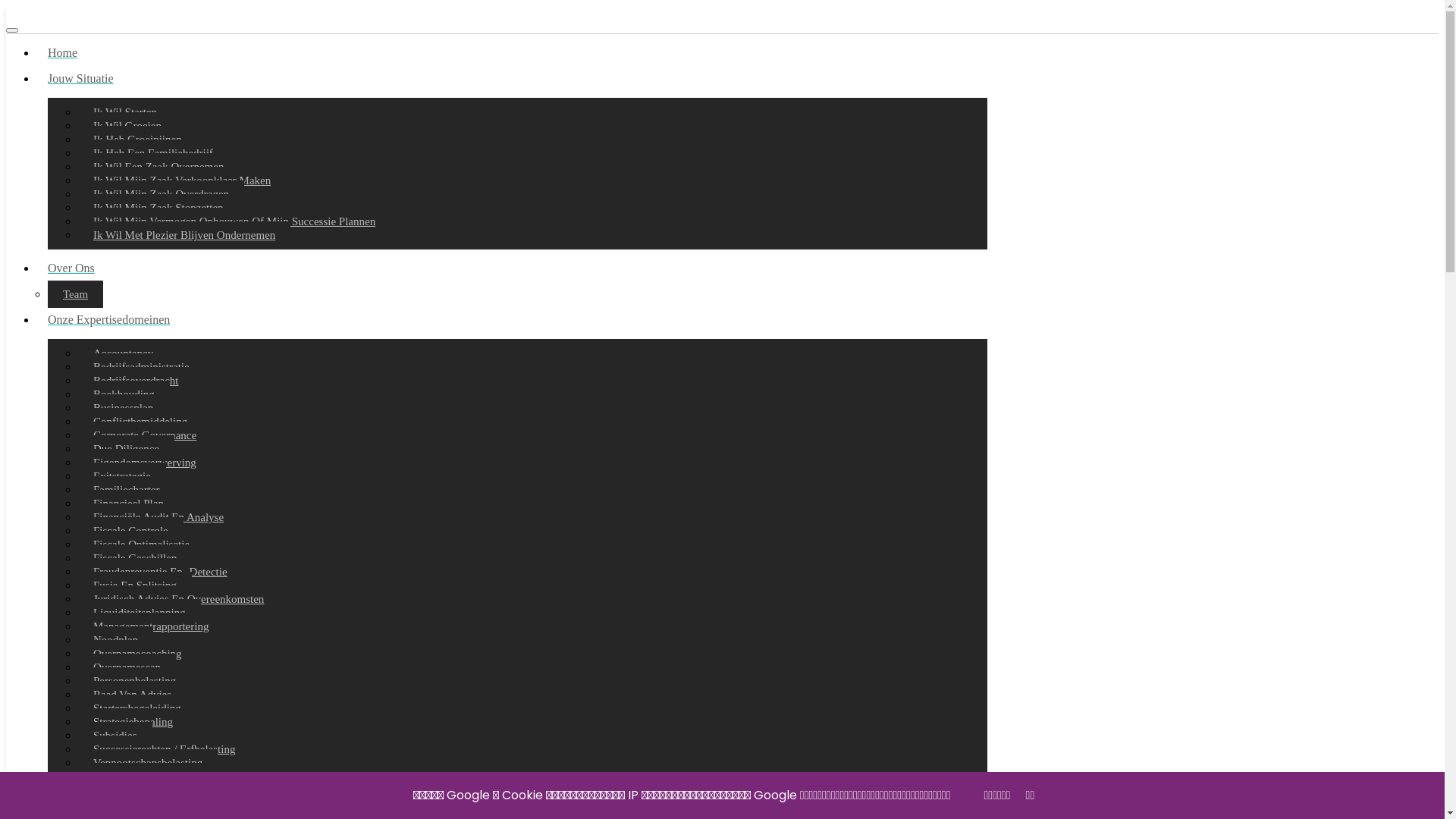  I want to click on 'Ik Wil Starten', so click(124, 111).